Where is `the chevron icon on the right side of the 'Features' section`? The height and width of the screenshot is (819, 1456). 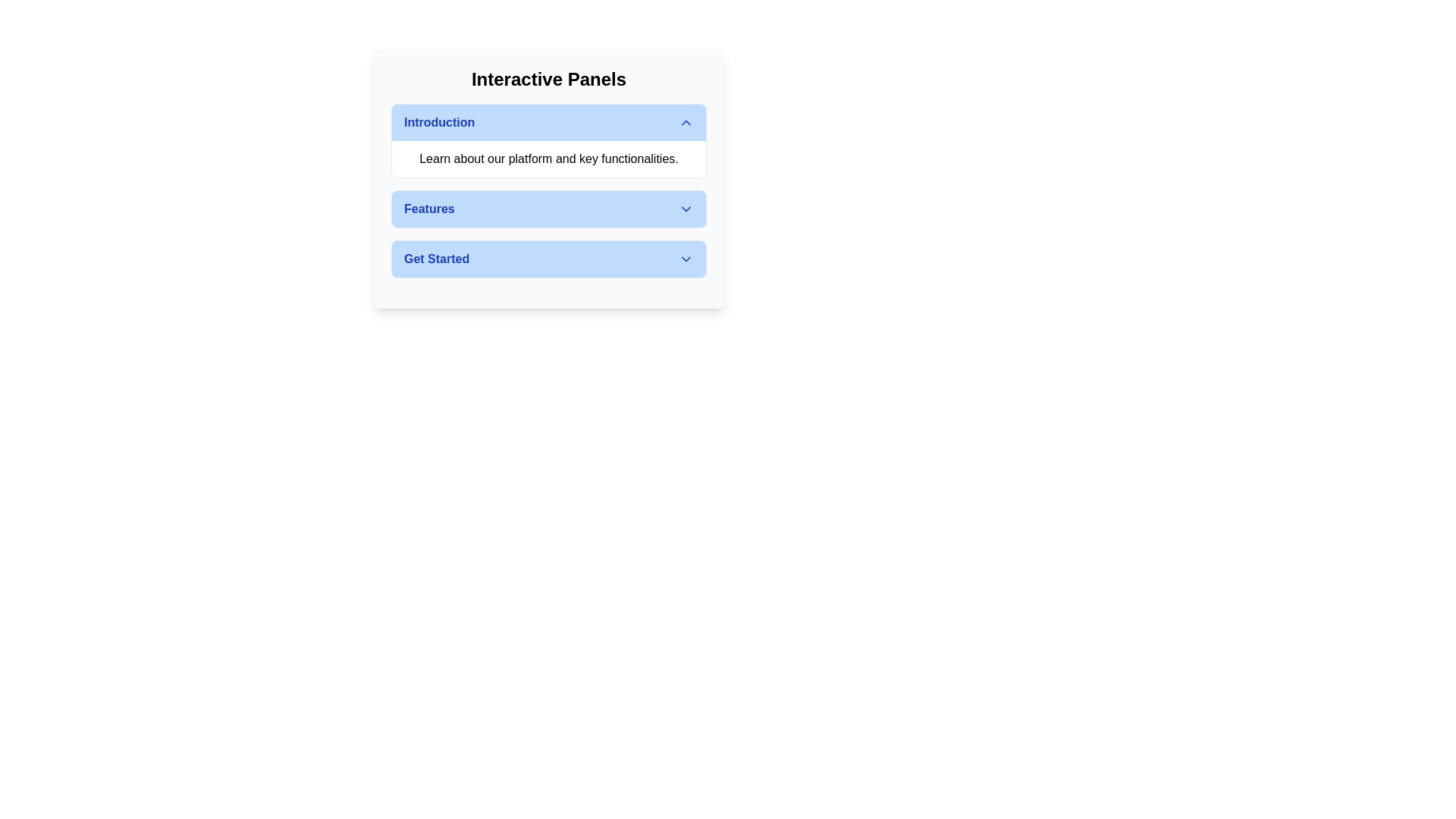 the chevron icon on the right side of the 'Features' section is located at coordinates (686, 209).